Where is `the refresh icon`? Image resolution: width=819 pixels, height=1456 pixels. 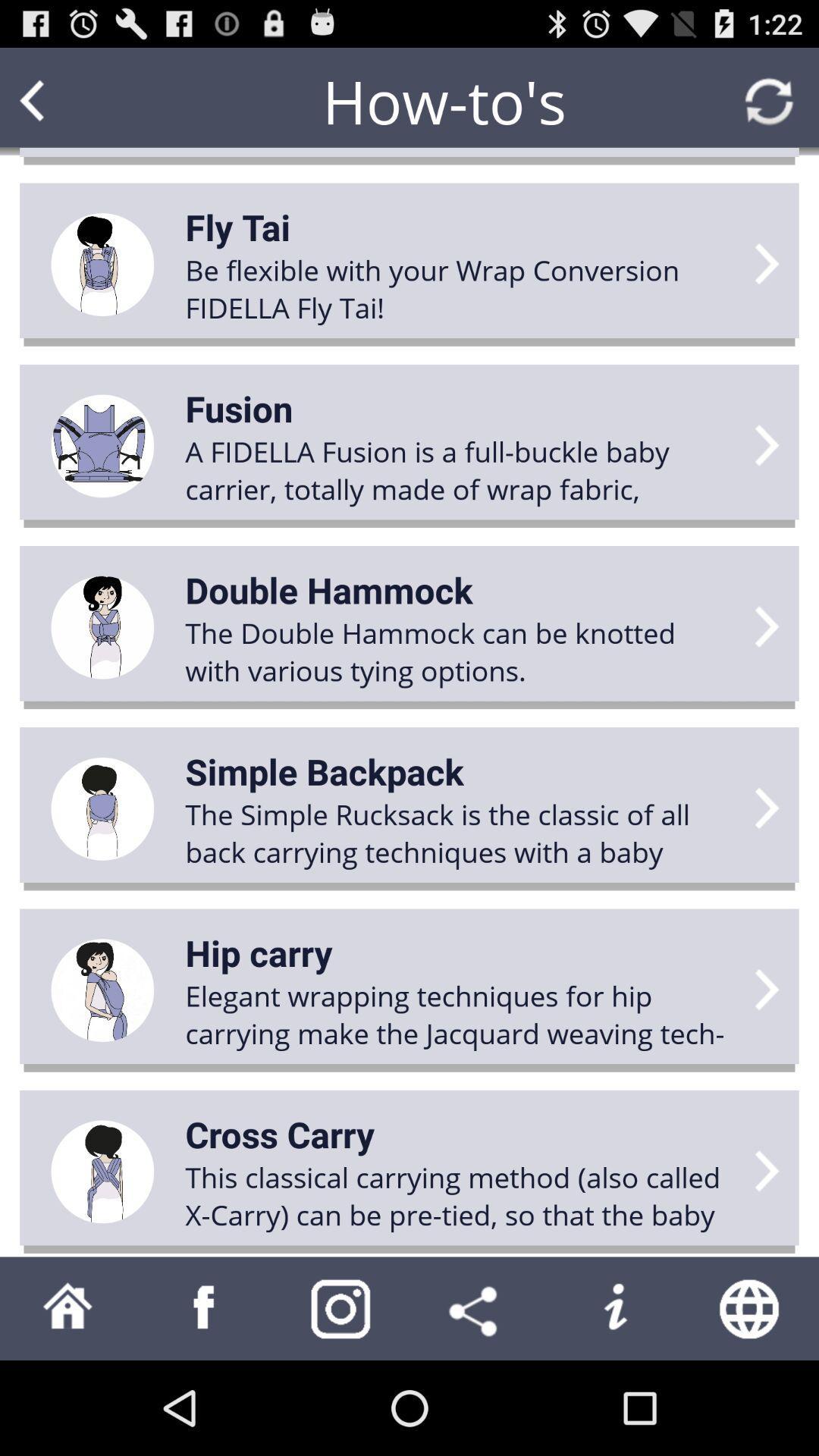
the refresh icon is located at coordinates (769, 108).